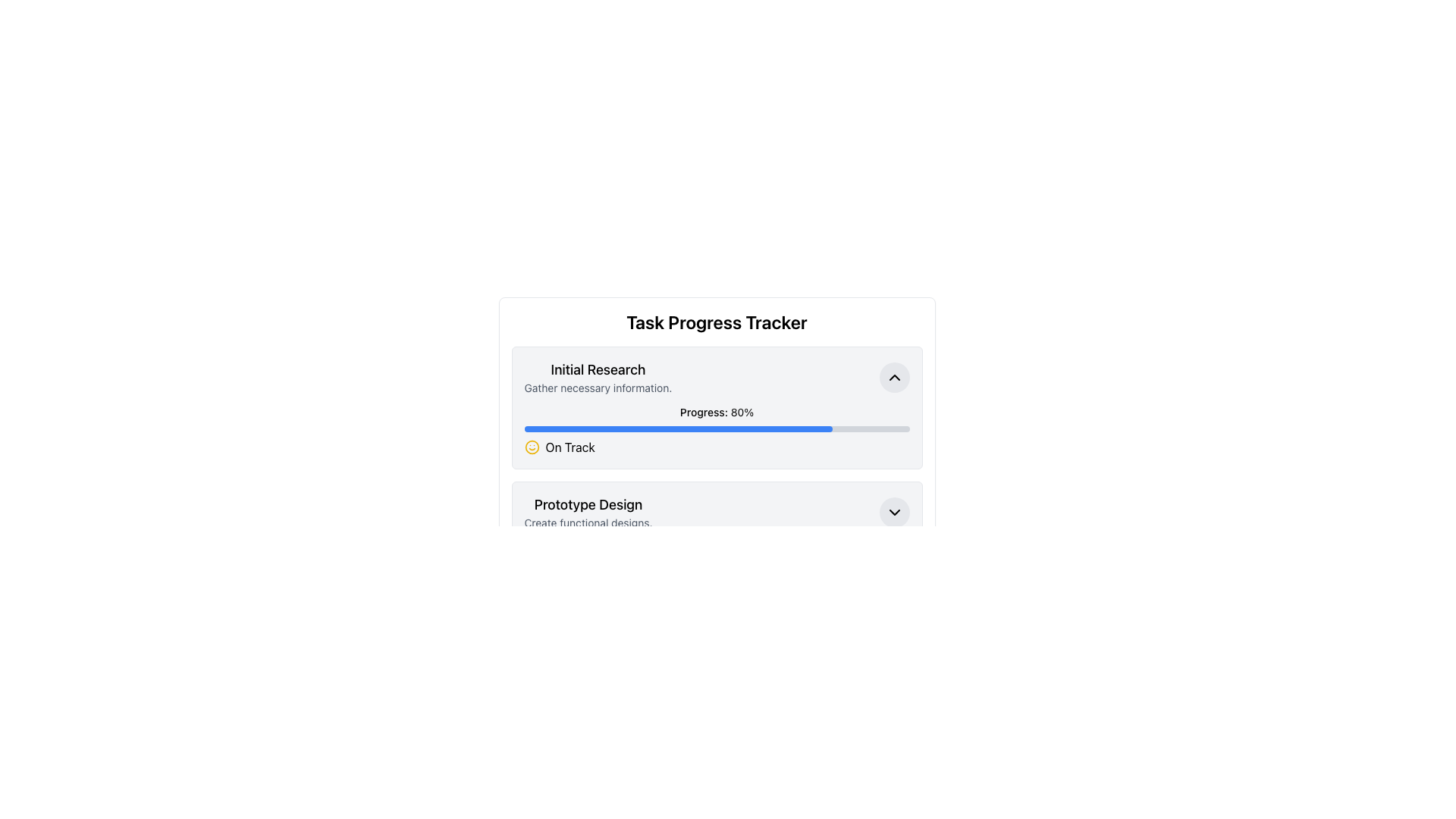 This screenshot has width=1456, height=819. Describe the element at coordinates (532, 447) in the screenshot. I see `the decorative icon indicating a positive status, located next to the 'On Track' text under the blue progress bar in the second task section` at that location.